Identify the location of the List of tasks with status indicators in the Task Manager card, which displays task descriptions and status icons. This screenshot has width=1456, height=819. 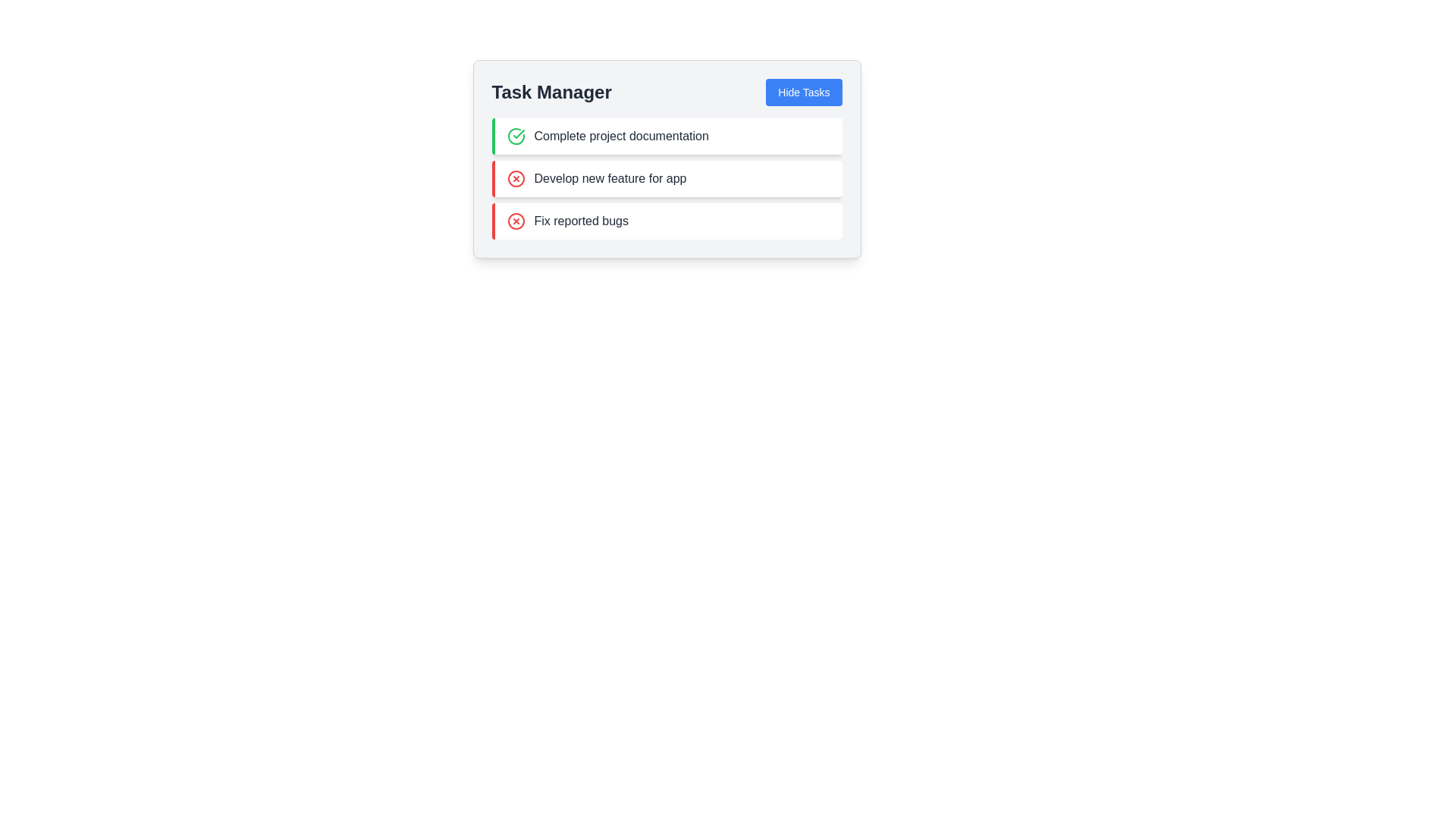
(667, 177).